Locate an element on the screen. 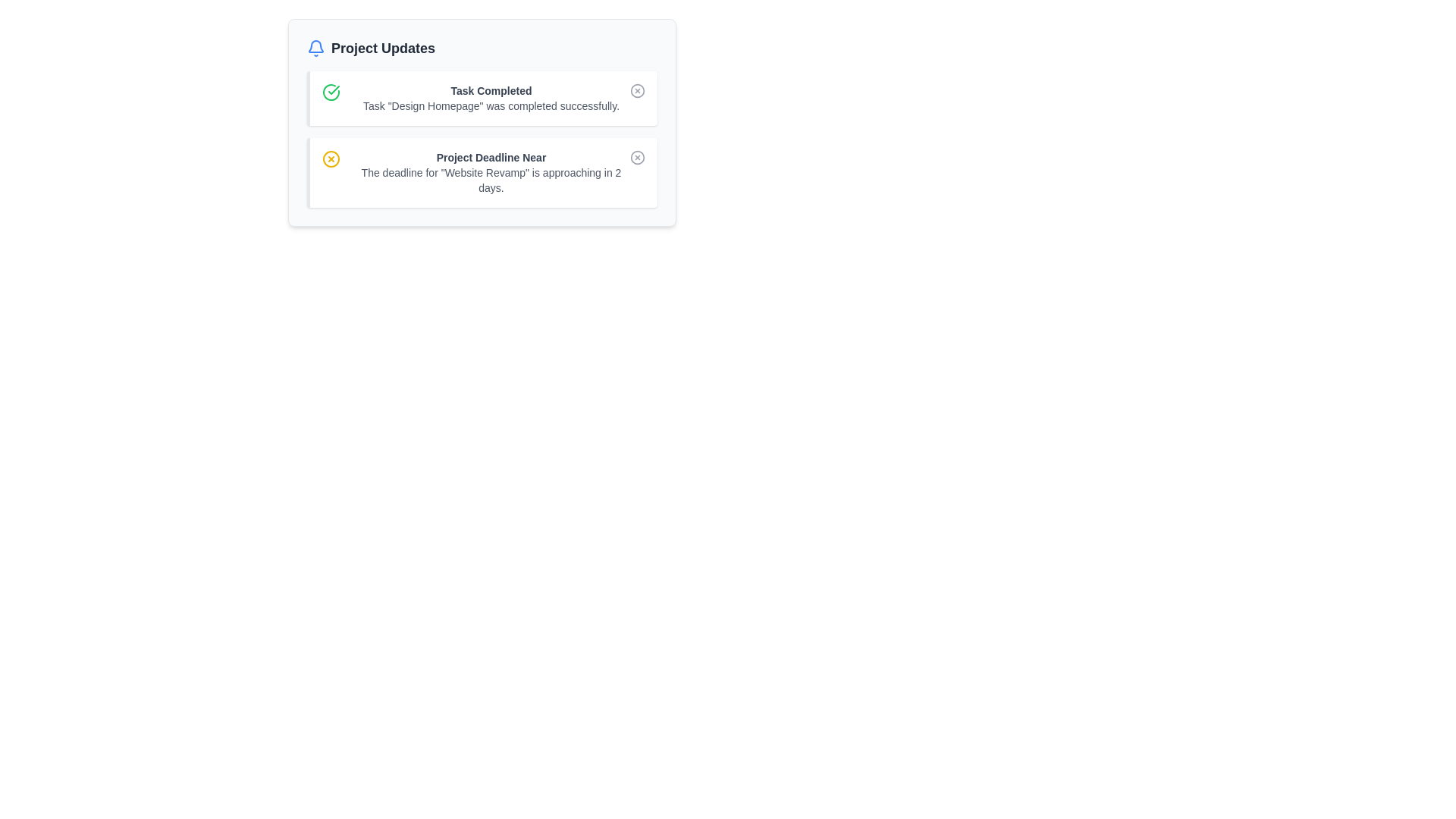 This screenshot has width=1456, height=819. information displayed in the Text Label that states 'Task "Design Homepage" was completed successfully.' is located at coordinates (491, 105).